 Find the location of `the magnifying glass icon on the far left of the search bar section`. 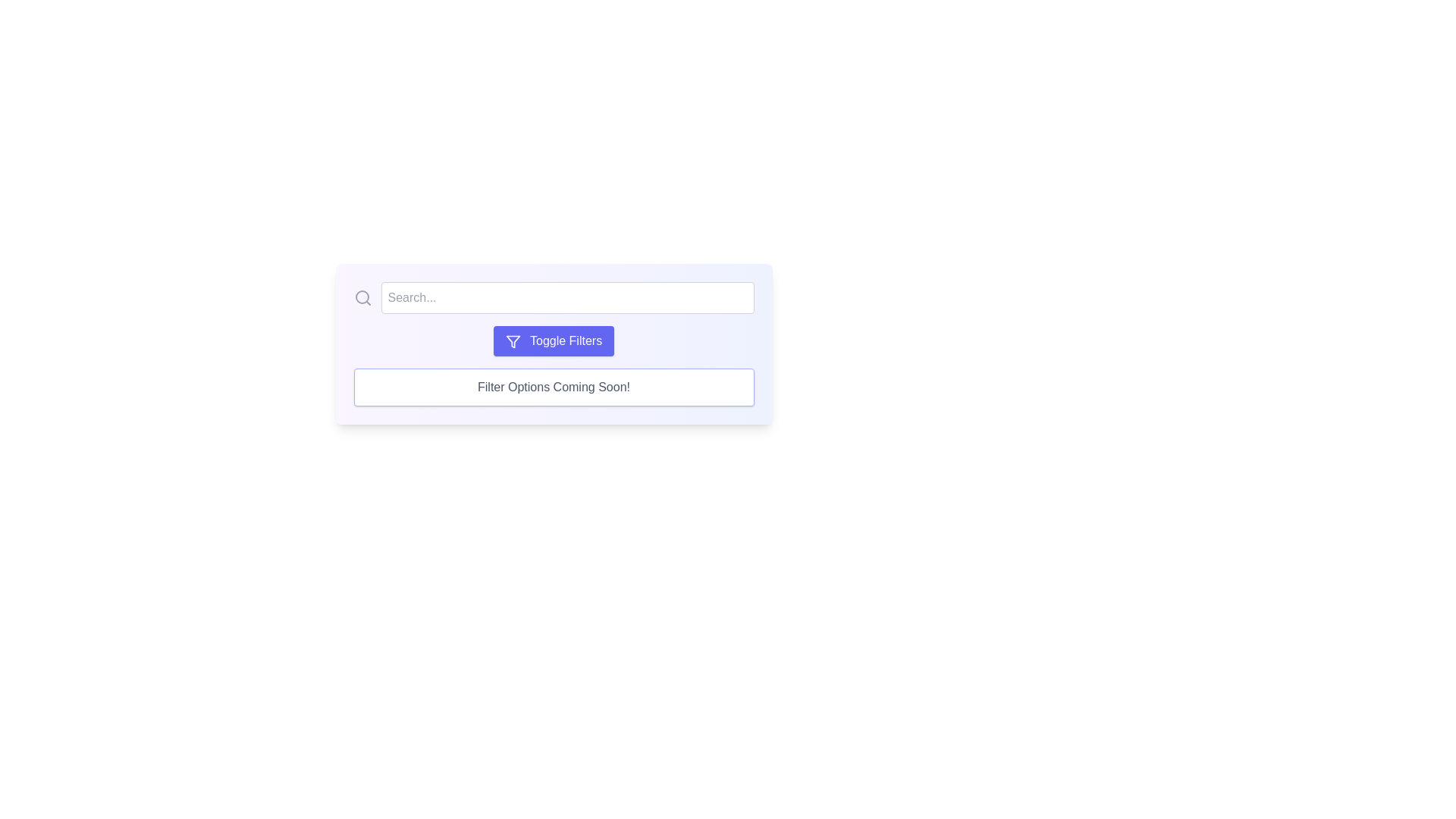

the magnifying glass icon on the far left of the search bar section is located at coordinates (362, 298).